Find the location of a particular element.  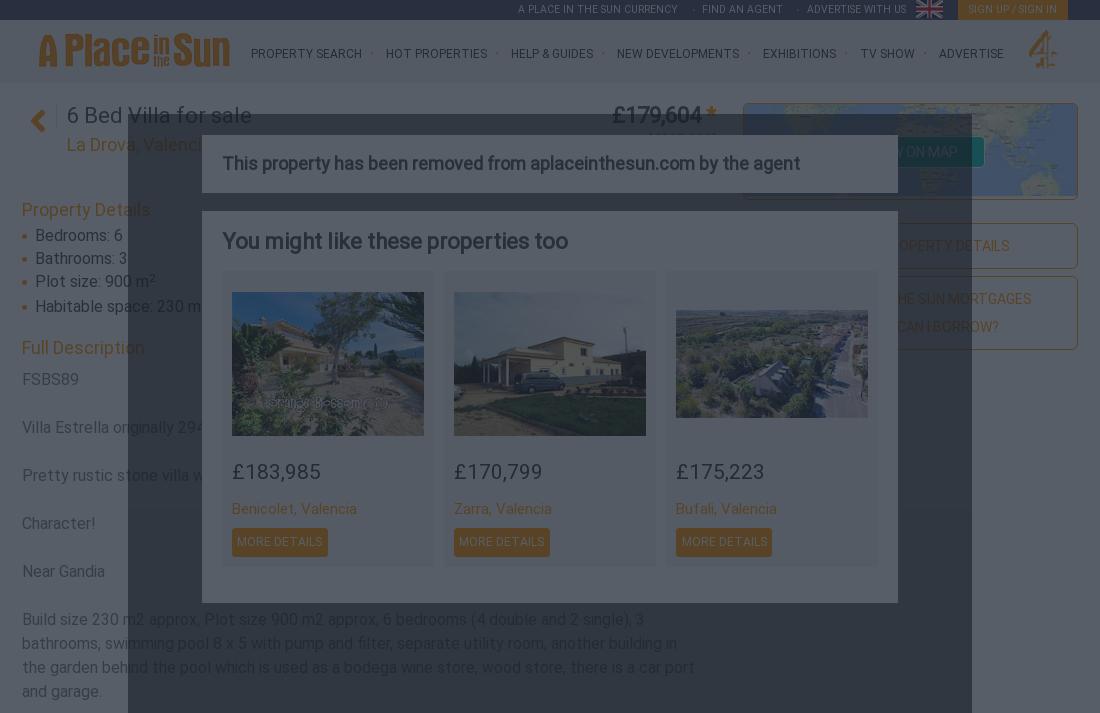

'Help & Guides' is located at coordinates (550, 53).